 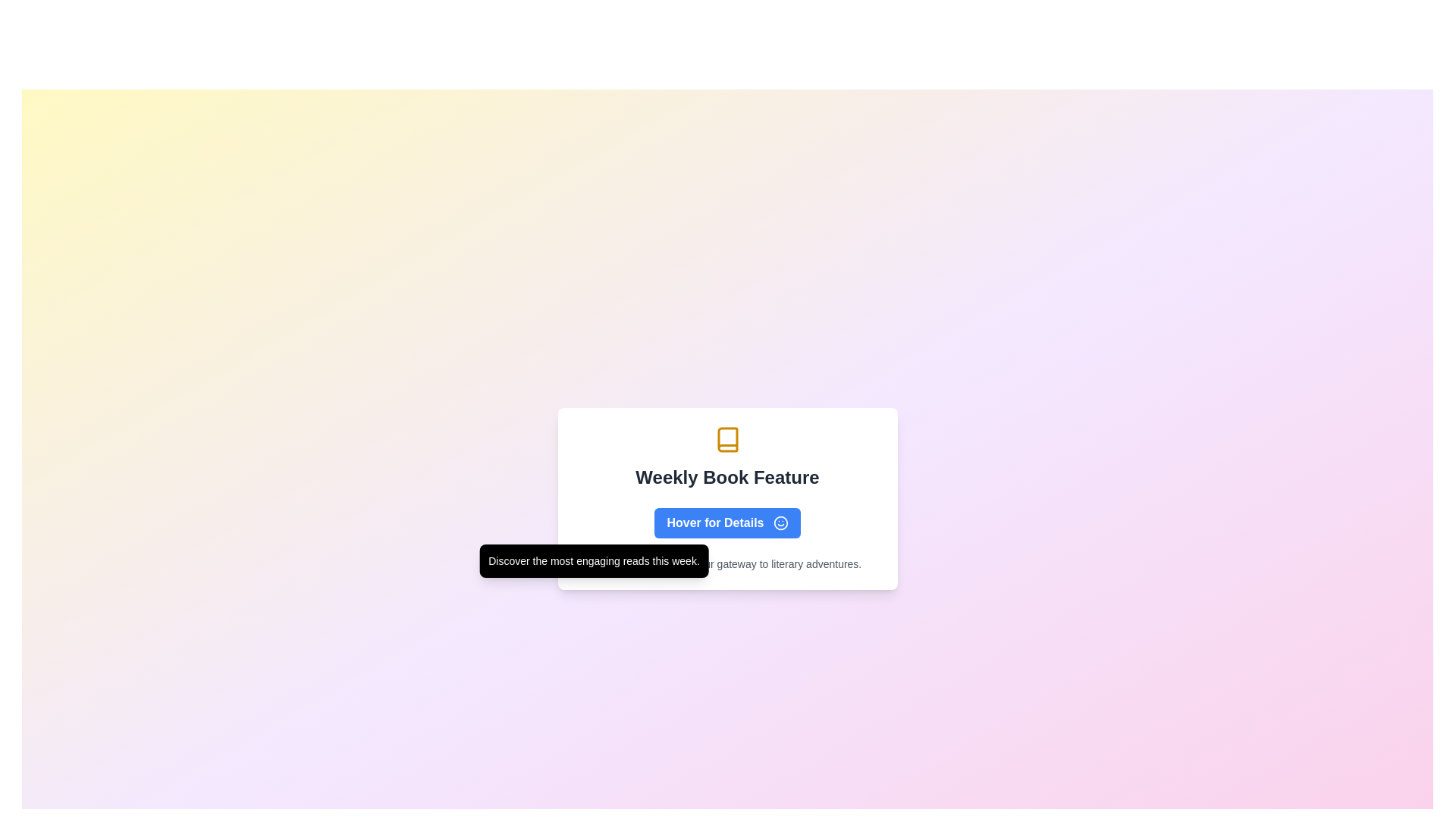 What do you see at coordinates (593, 561) in the screenshot?
I see `the tooltip that displays the message 'Discover the most engaging reads this week.' which appears below the 'Hover for Details' button` at bounding box center [593, 561].